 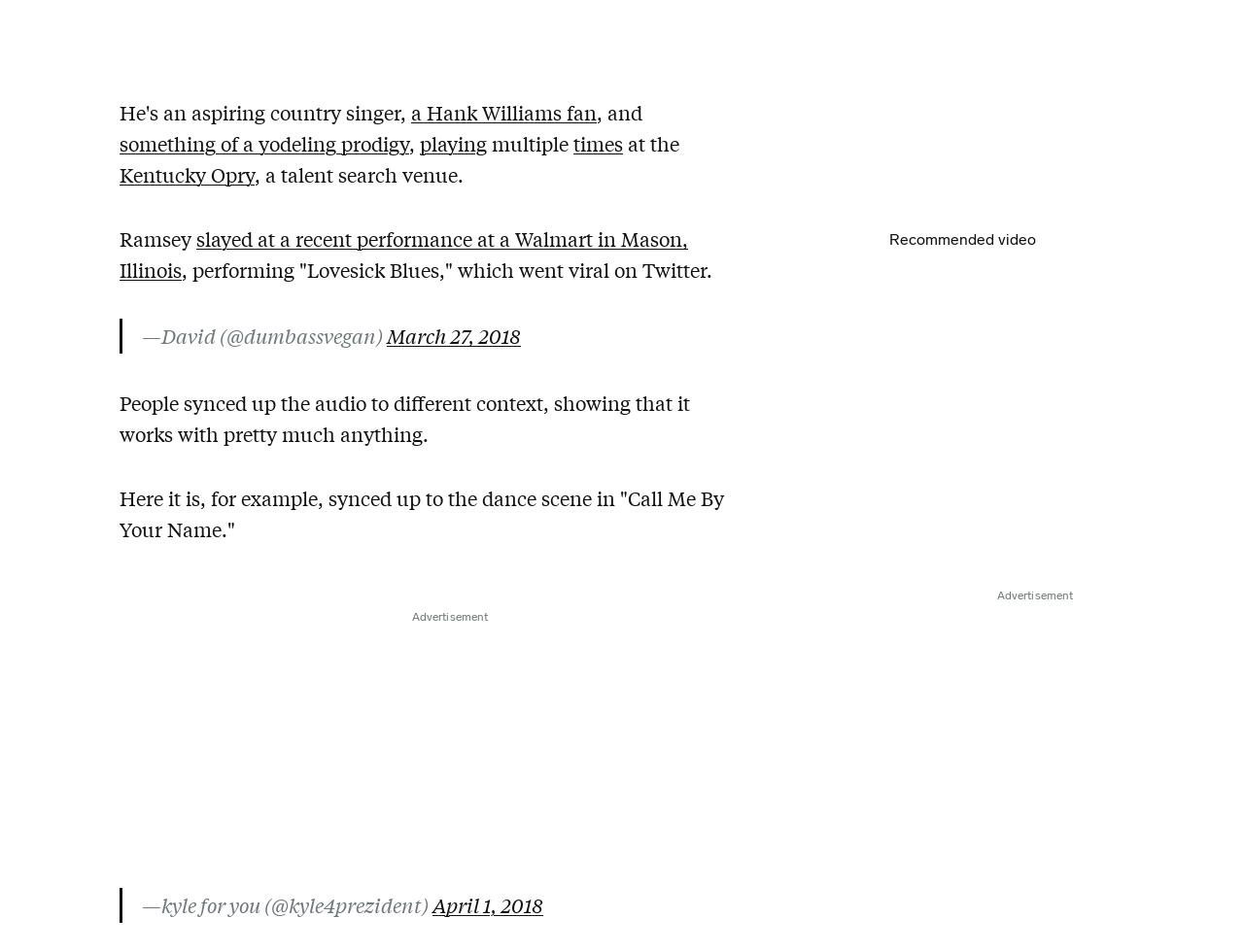 What do you see at coordinates (503, 111) in the screenshot?
I see `'a Hank Williams fan'` at bounding box center [503, 111].